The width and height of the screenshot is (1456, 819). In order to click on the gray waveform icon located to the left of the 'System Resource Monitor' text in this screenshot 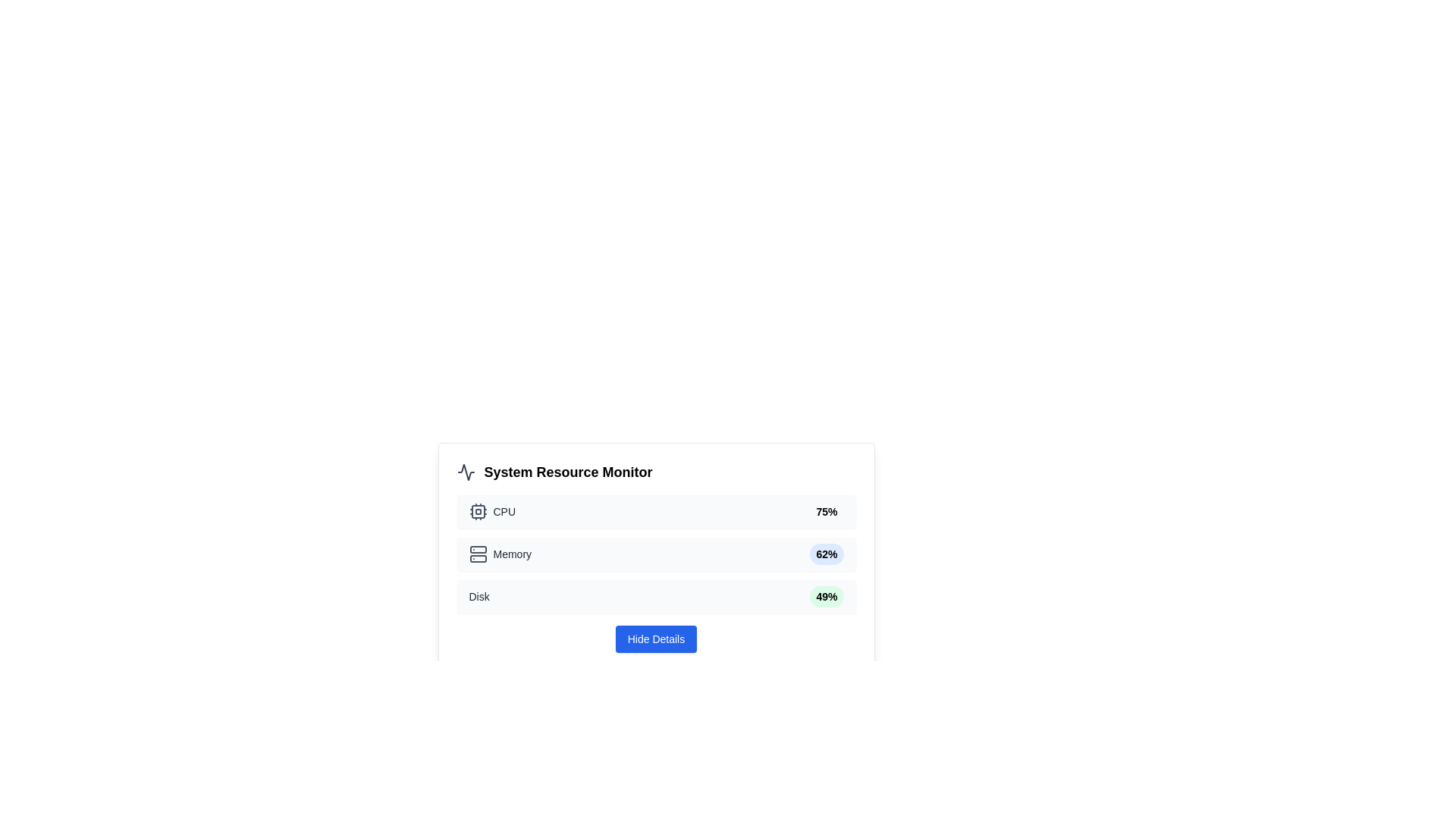, I will do `click(465, 472)`.